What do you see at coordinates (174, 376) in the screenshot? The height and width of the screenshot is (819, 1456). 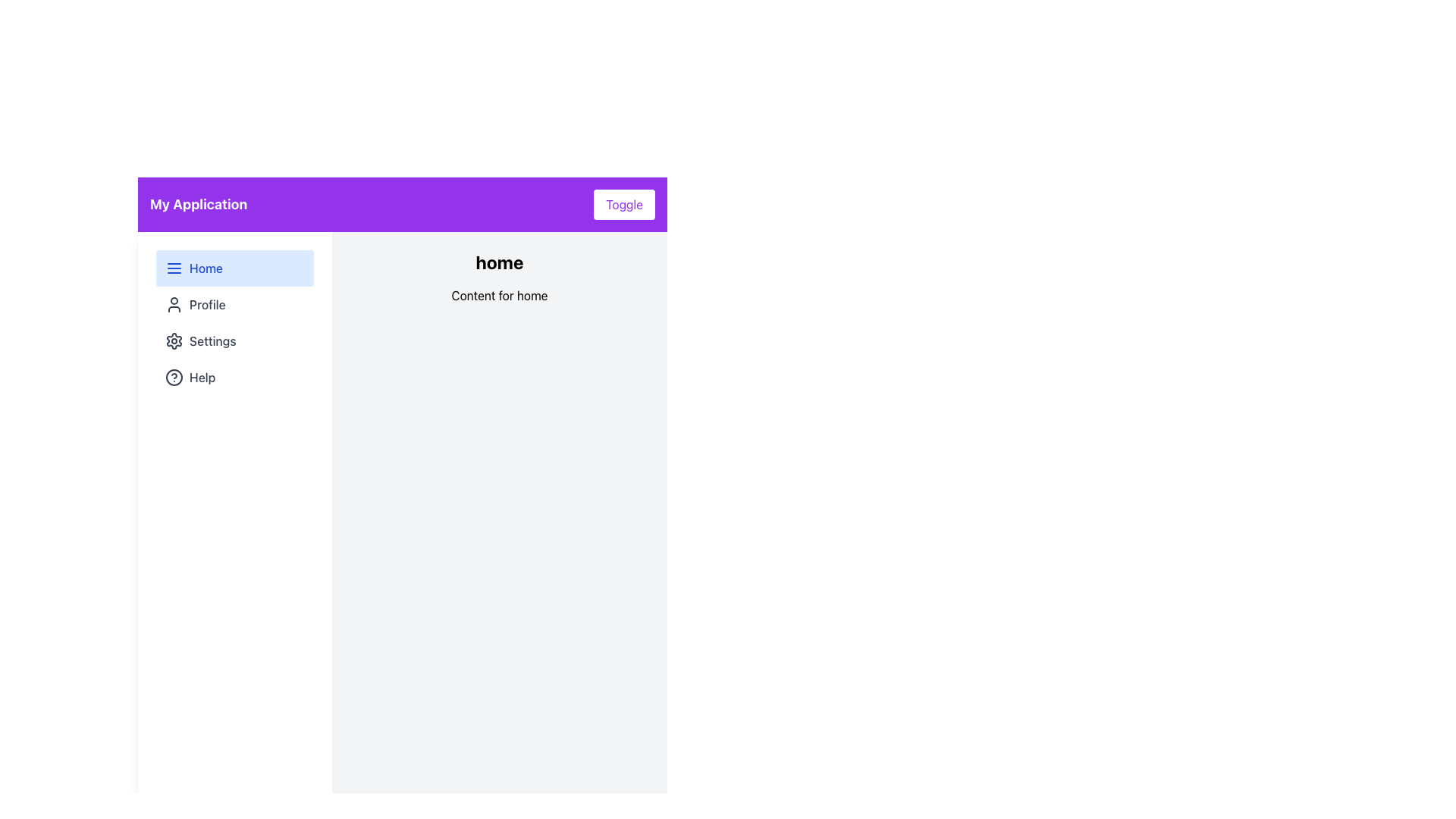 I see `the outermost circular boundary of the 'Help' menu icon located in the left sidebar` at bounding box center [174, 376].